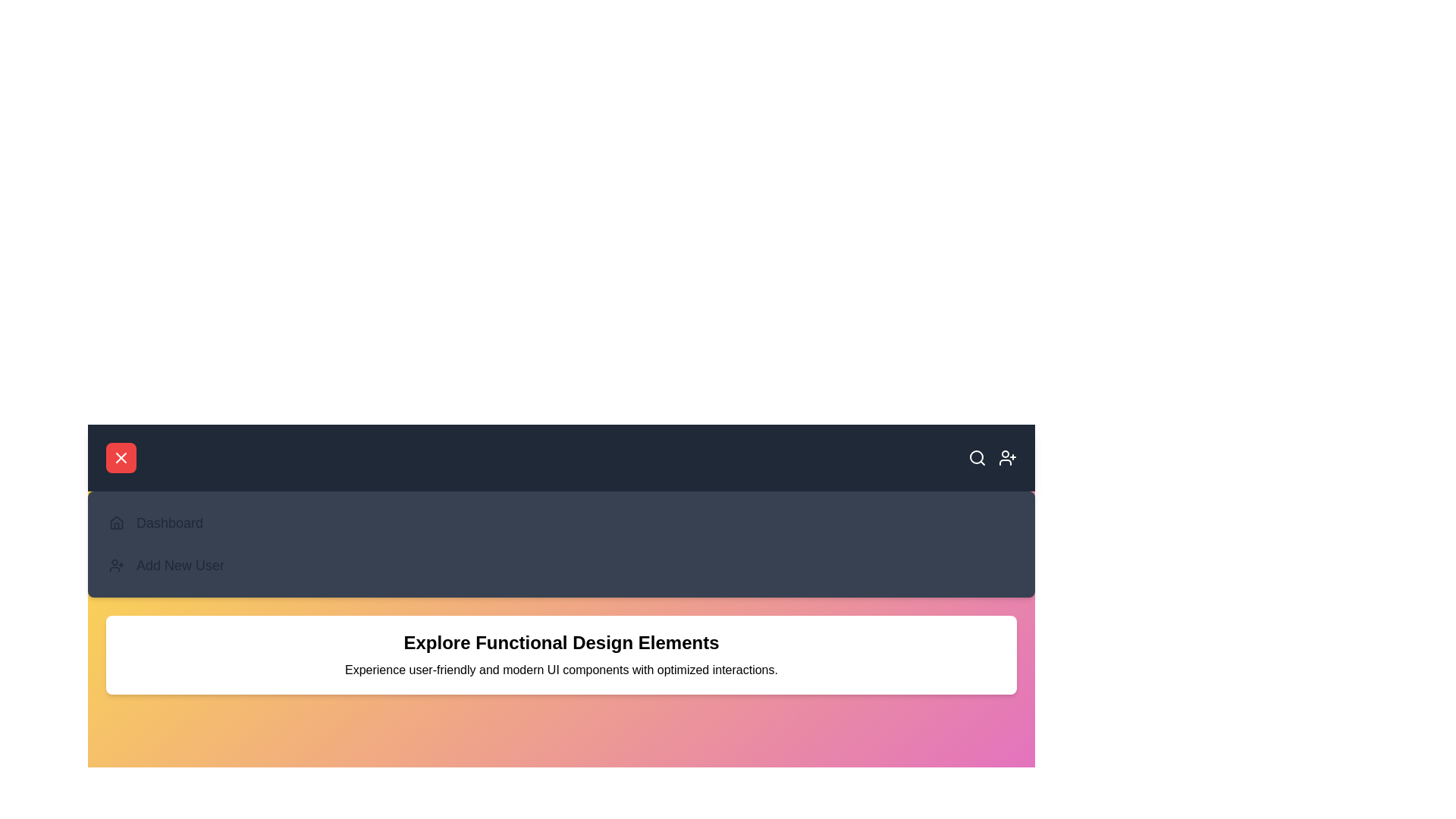 The height and width of the screenshot is (819, 1456). I want to click on the 'add user' icon to initiate the add user functionality, so click(1008, 457).